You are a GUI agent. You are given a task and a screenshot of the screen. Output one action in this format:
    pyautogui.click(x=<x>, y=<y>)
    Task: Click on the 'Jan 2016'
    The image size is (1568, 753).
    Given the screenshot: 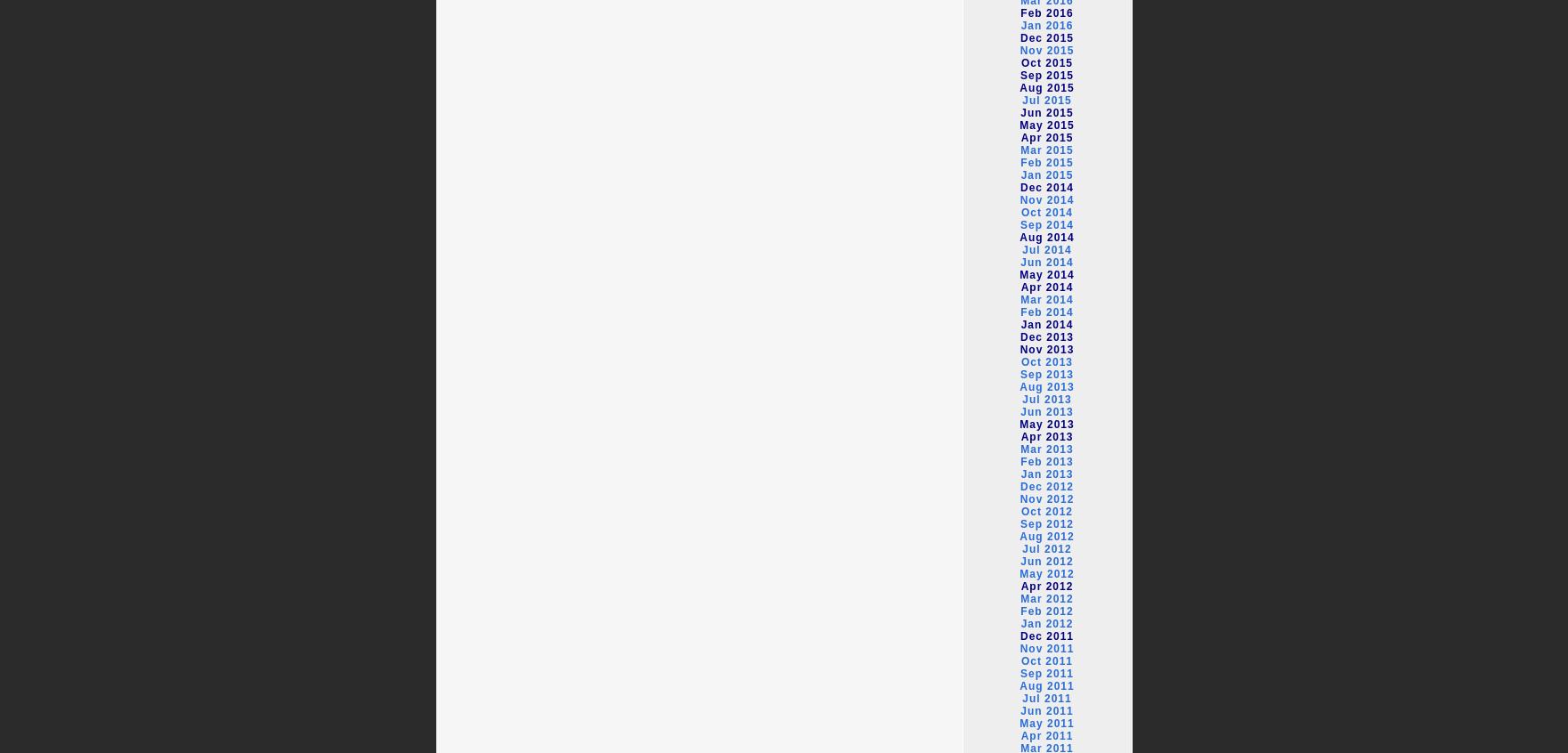 What is the action you would take?
    pyautogui.click(x=1046, y=25)
    